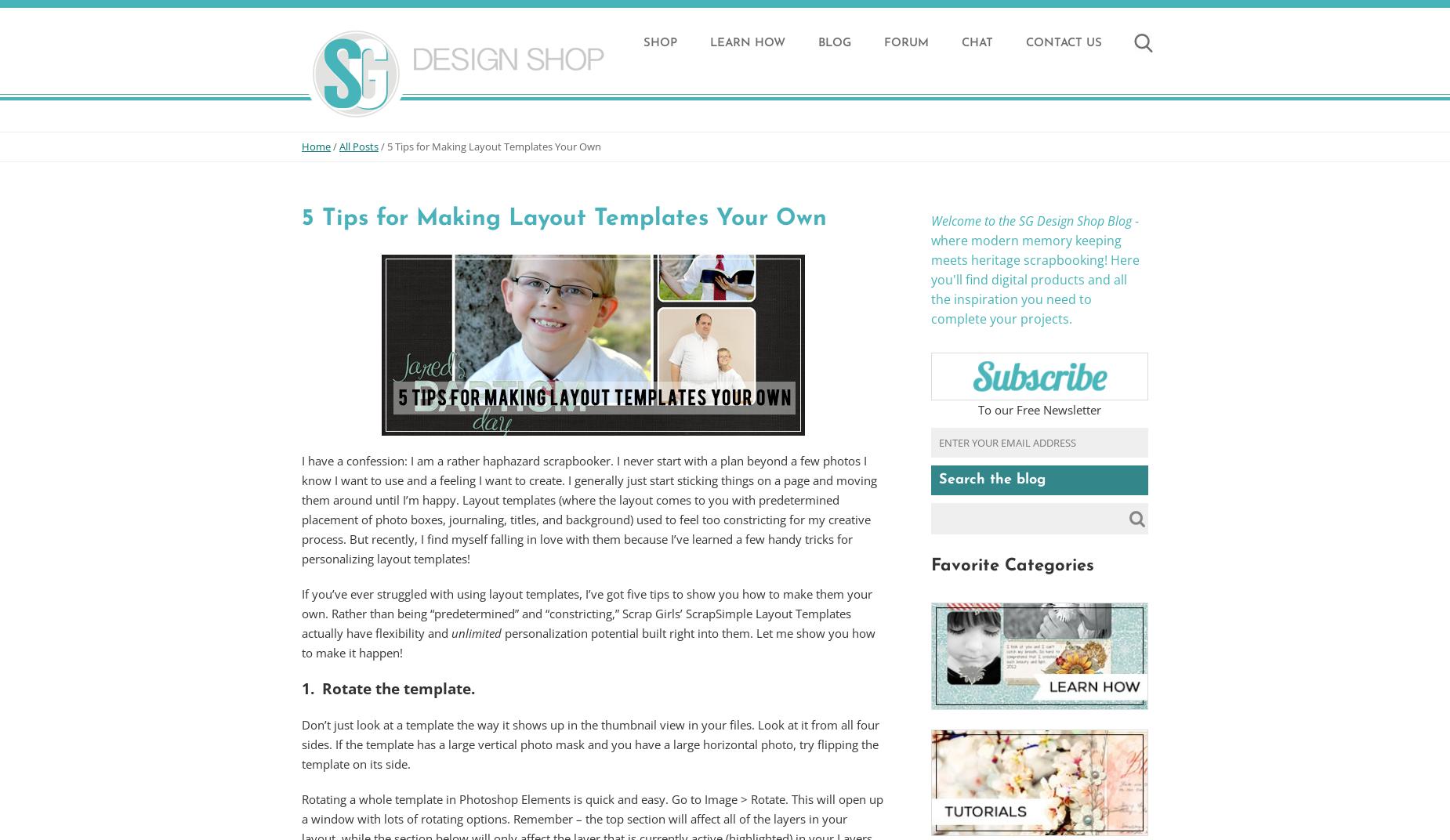 Image resolution: width=1450 pixels, height=840 pixels. What do you see at coordinates (991, 480) in the screenshot?
I see `'Search the blog'` at bounding box center [991, 480].